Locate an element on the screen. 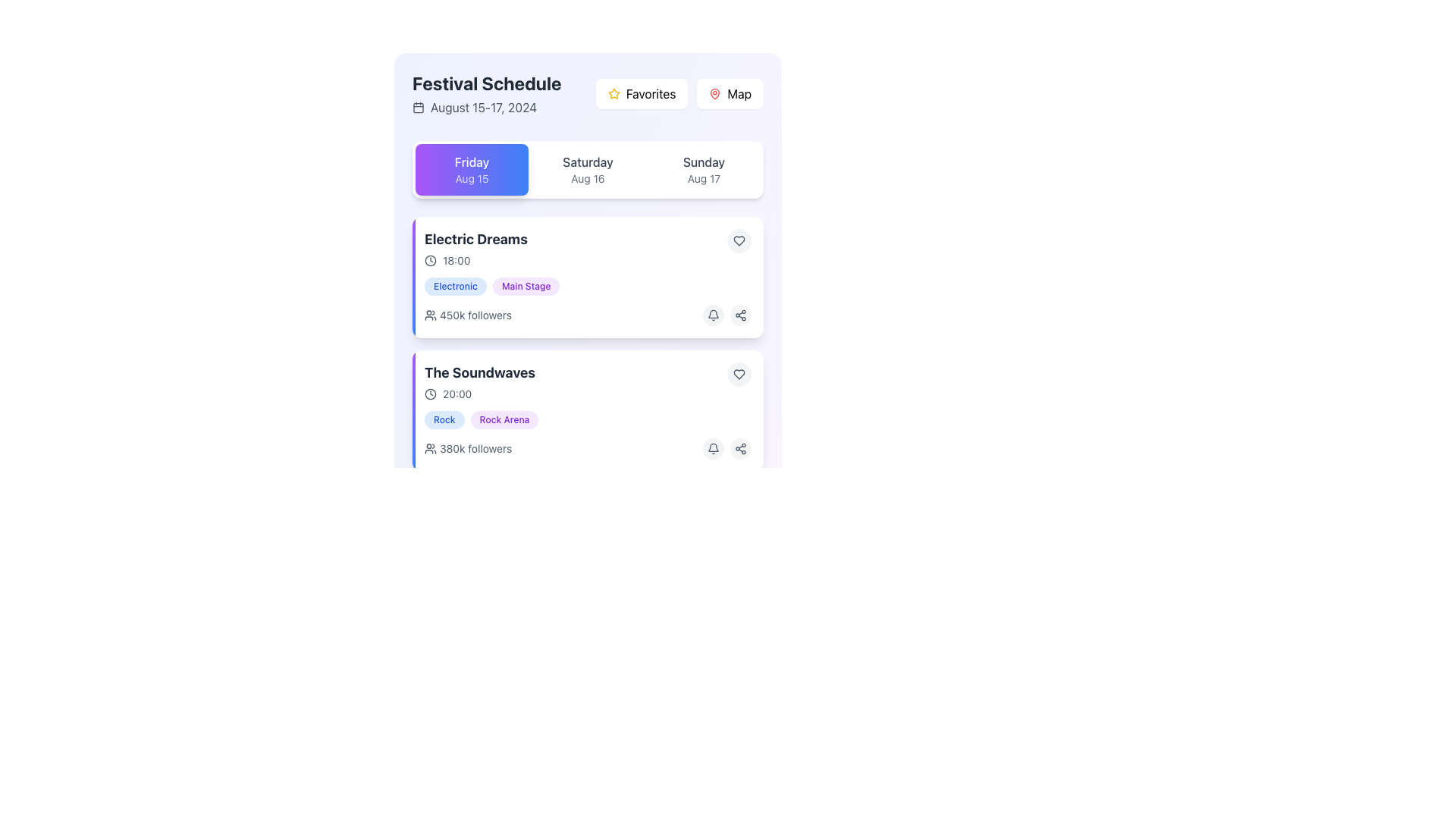 This screenshot has width=1456, height=819. keyboard navigation is located at coordinates (739, 374).